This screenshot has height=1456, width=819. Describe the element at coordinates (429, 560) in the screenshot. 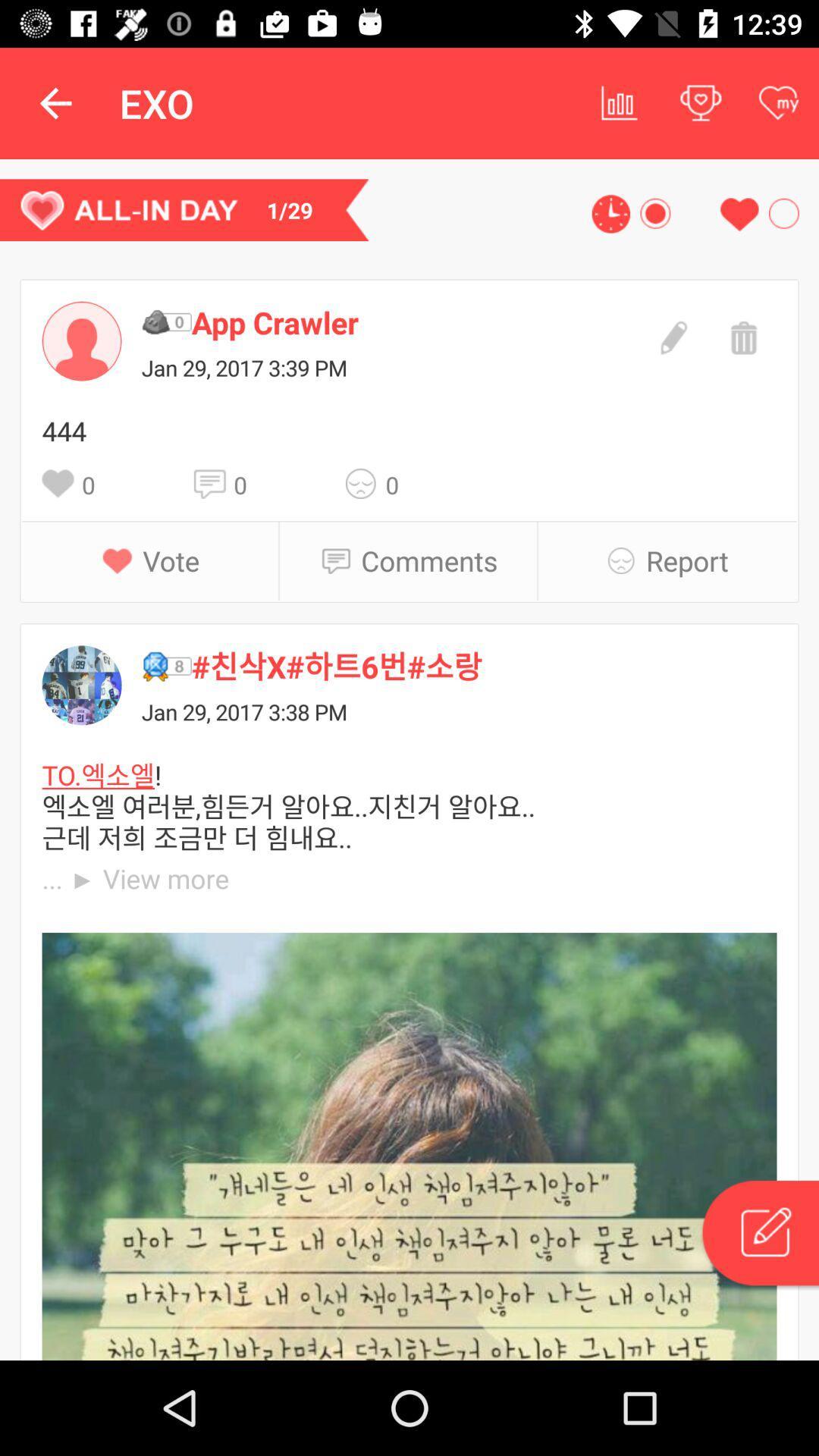

I see `the item below the 0 item` at that location.